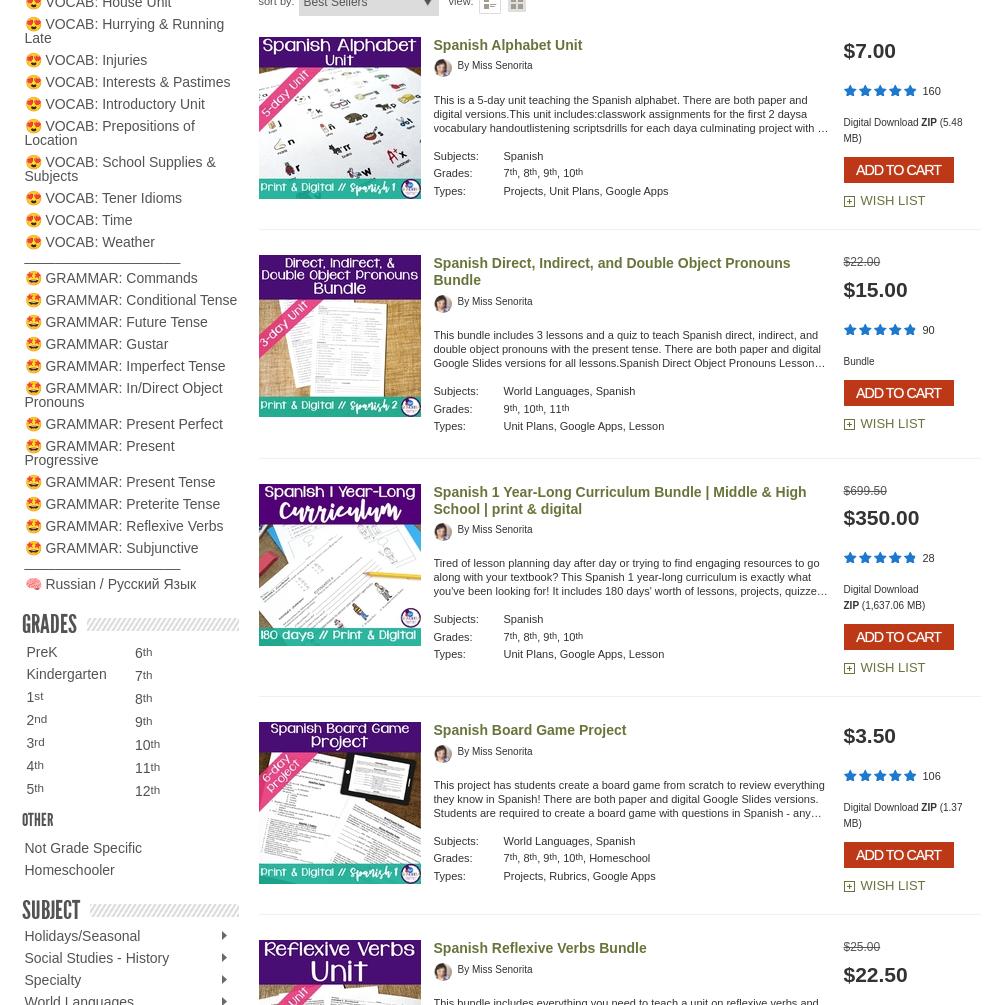 This screenshot has width=988, height=1005. Describe the element at coordinates (47, 623) in the screenshot. I see `'Grades'` at that location.